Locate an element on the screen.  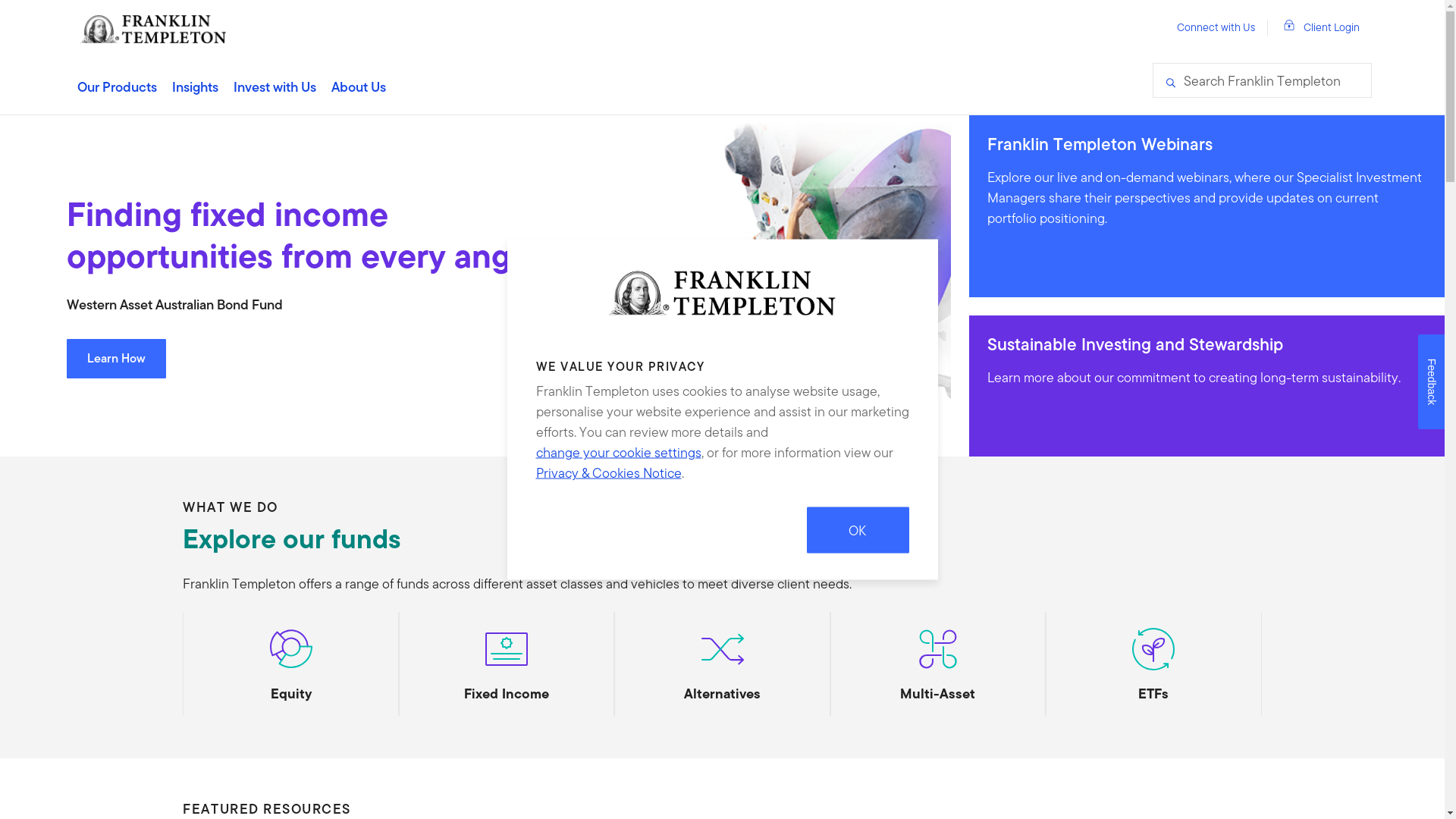
'Privacy & Cookies Notice' is located at coordinates (607, 472).